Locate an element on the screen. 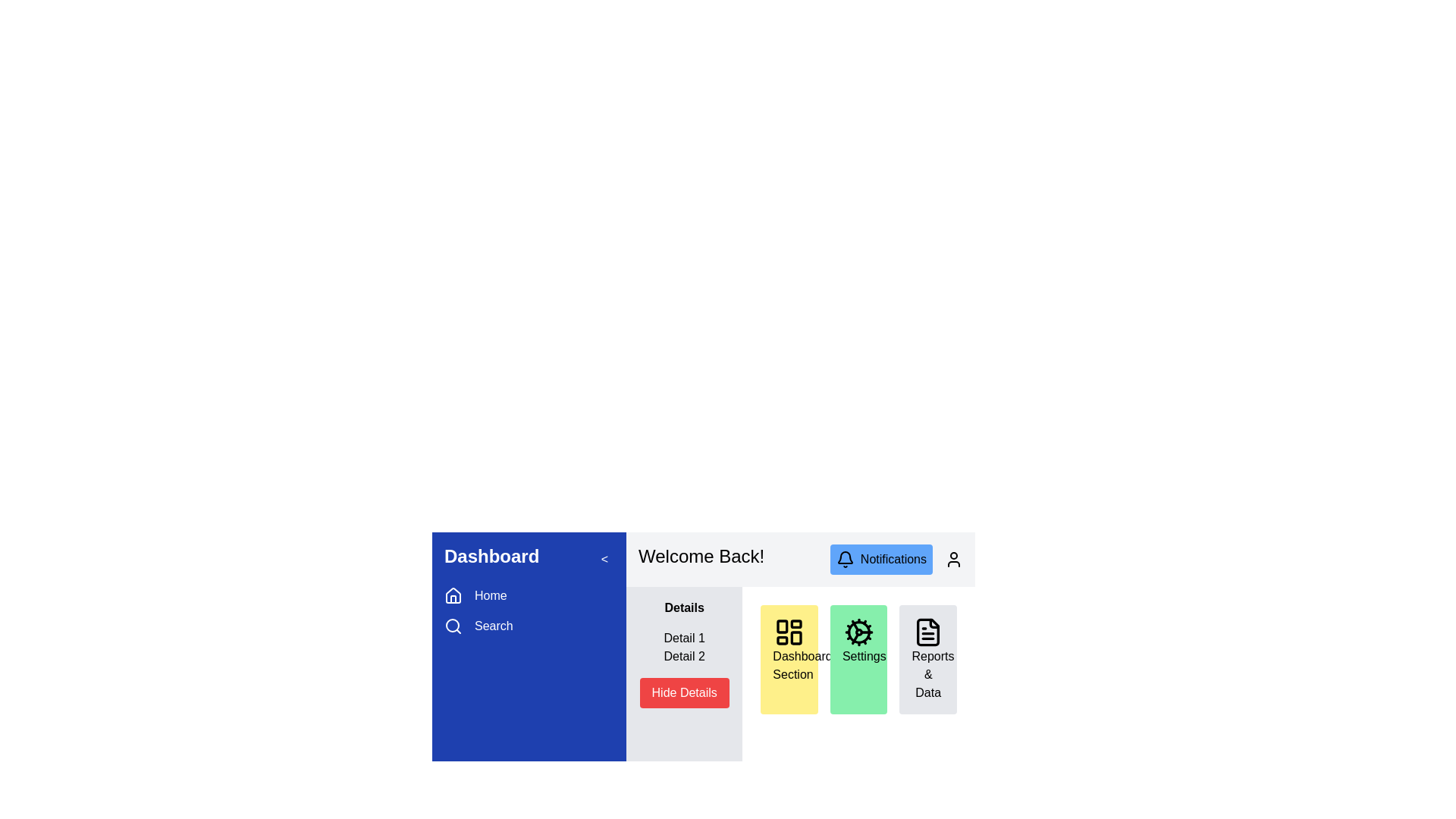  the bell-shaped notification icon with a blue background located at the top-right section of the interface is located at coordinates (844, 557).